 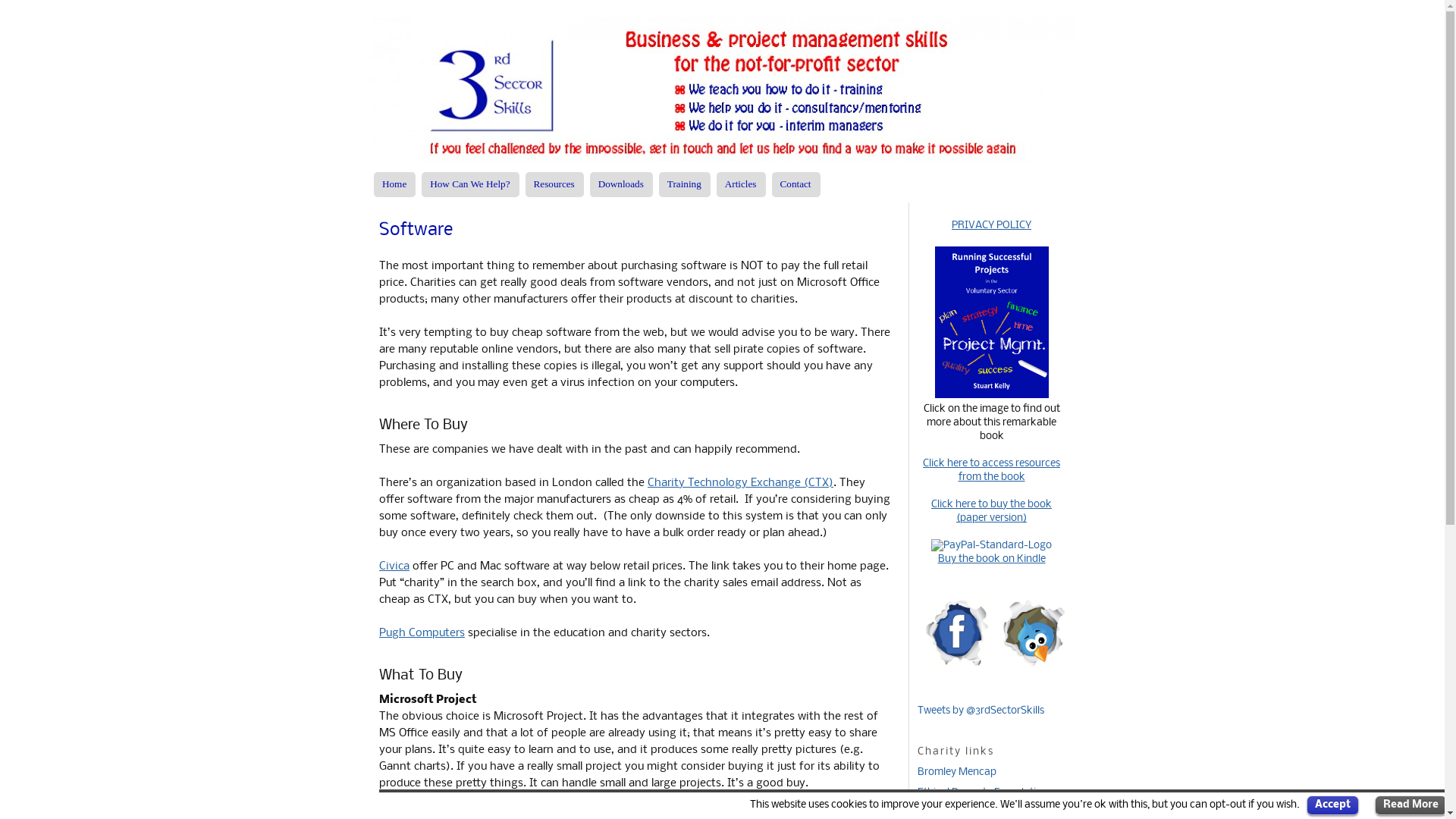 What do you see at coordinates (469, 184) in the screenshot?
I see `'How Can We Help?'` at bounding box center [469, 184].